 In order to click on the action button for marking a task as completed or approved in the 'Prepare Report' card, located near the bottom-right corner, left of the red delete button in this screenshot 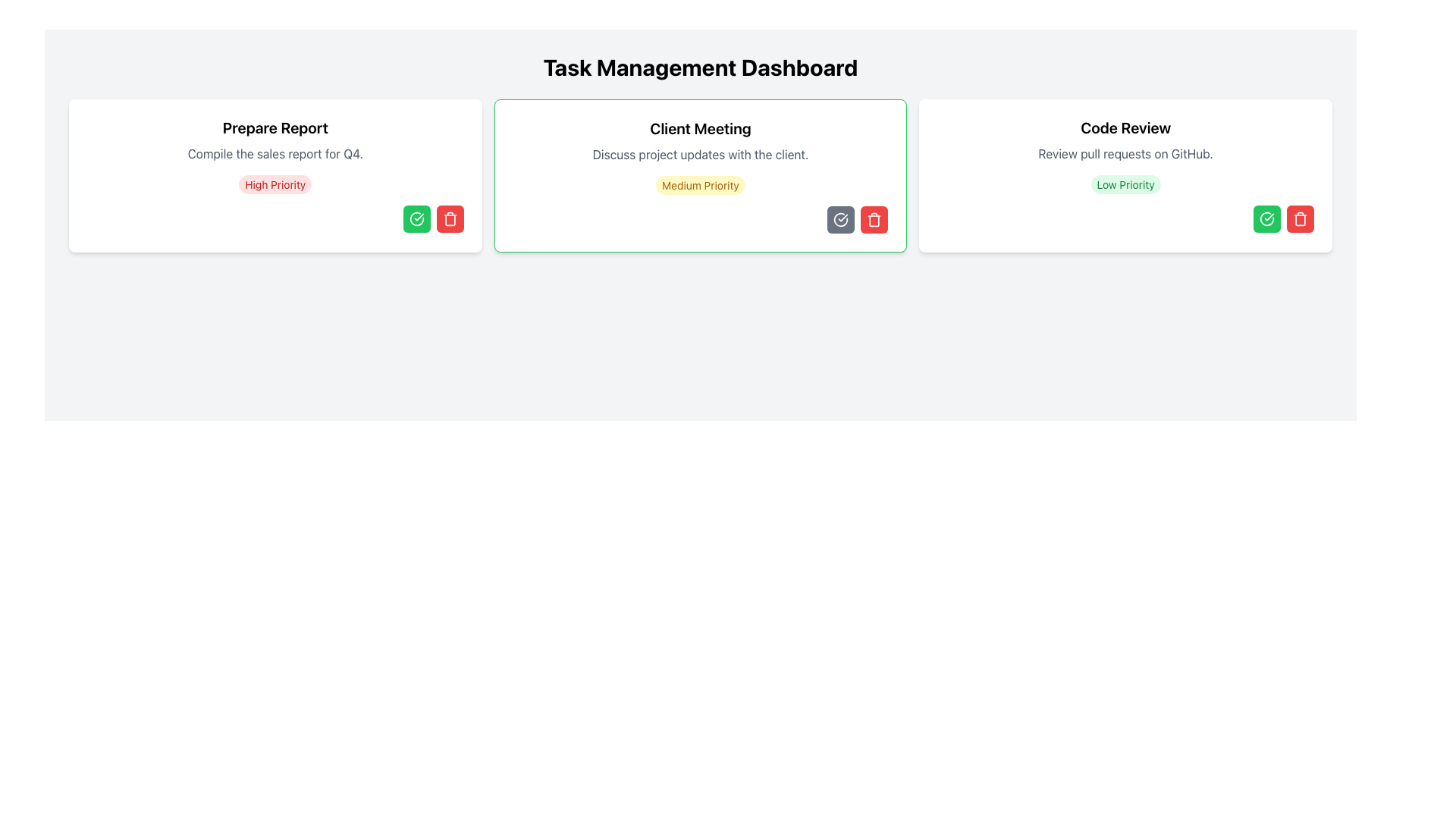, I will do `click(416, 219)`.